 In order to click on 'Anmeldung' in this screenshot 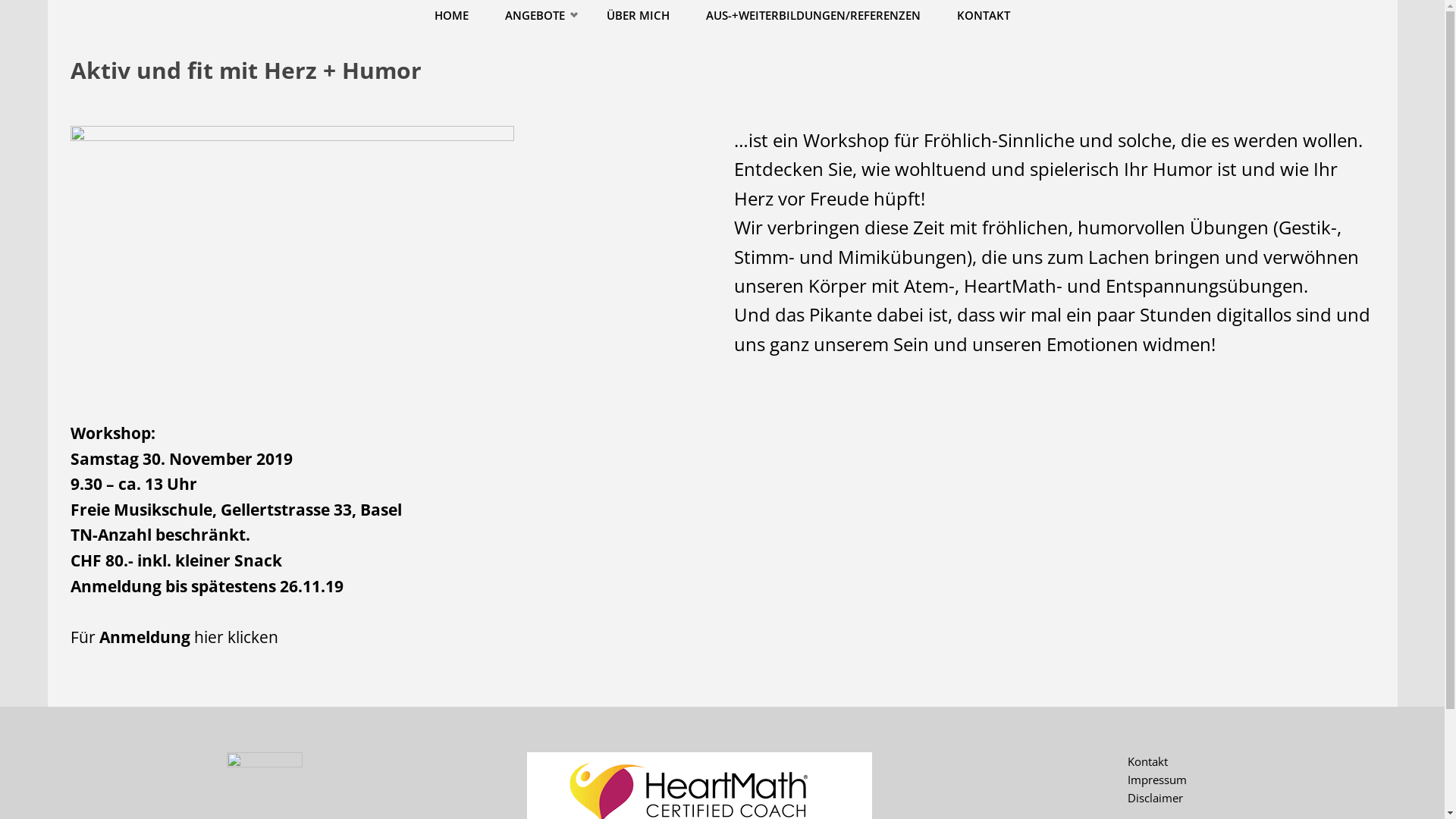, I will do `click(146, 637)`.